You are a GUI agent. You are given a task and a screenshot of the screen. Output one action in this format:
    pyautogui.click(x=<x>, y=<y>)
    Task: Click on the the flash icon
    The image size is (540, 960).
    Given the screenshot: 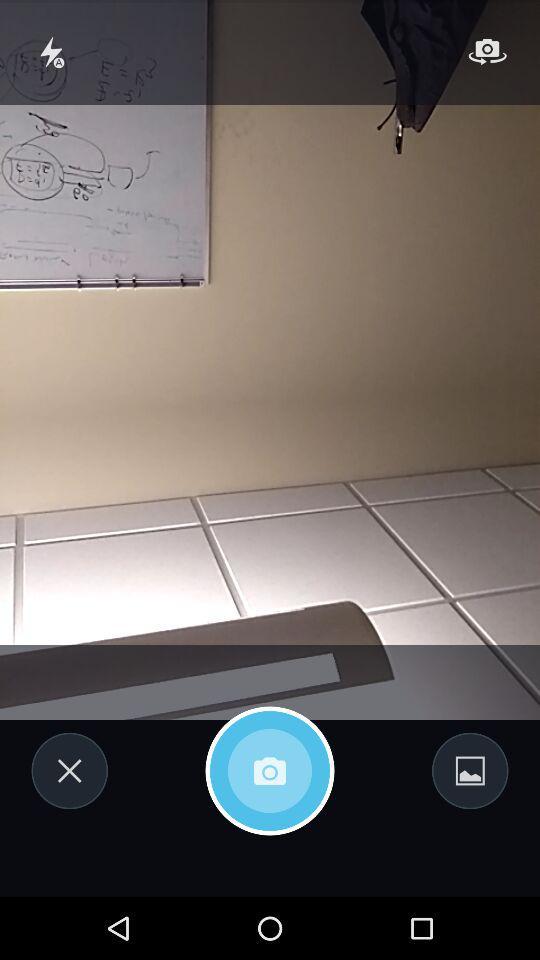 What is the action you would take?
    pyautogui.click(x=52, y=55)
    